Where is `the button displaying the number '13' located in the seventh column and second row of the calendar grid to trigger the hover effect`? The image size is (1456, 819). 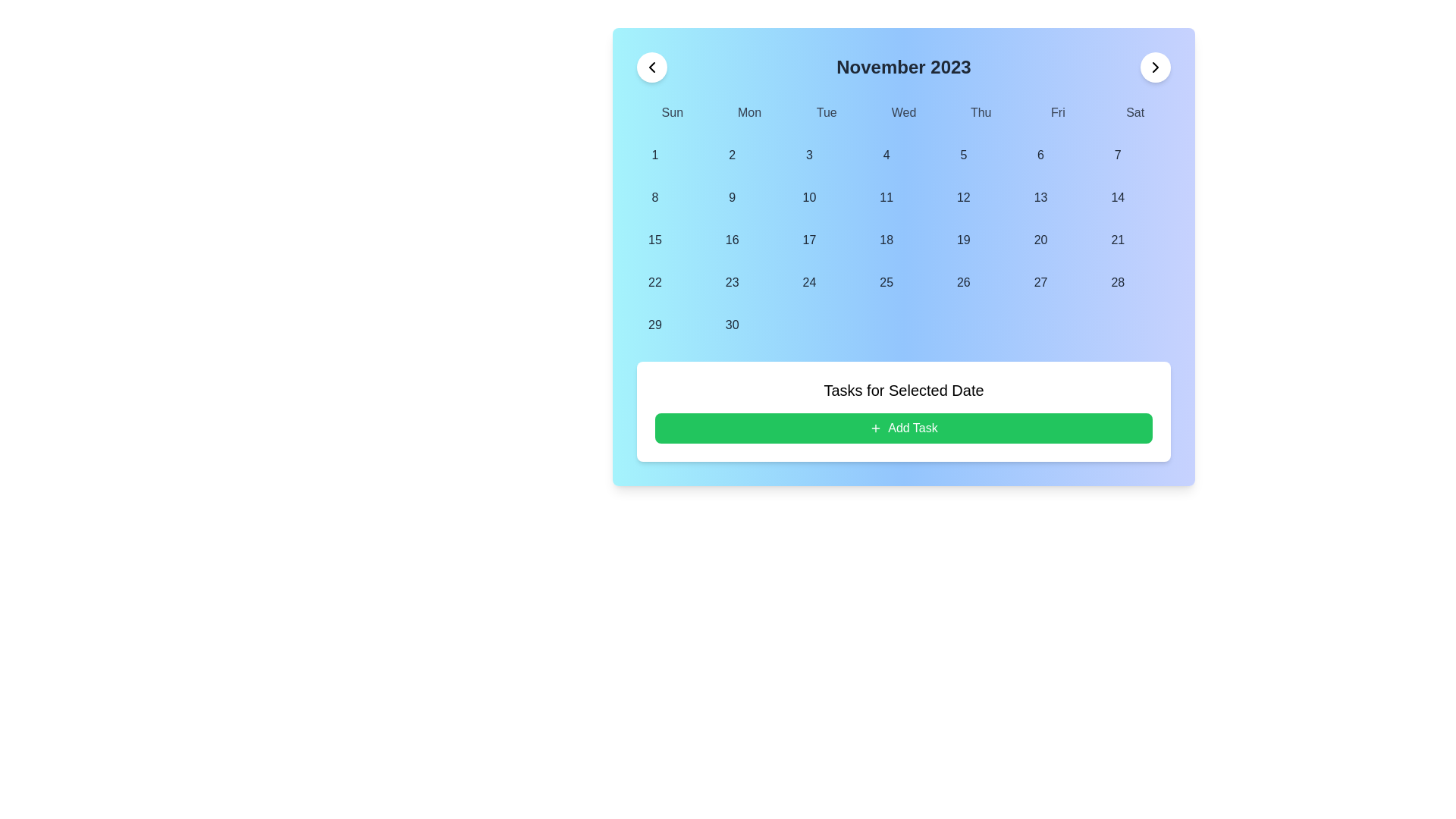 the button displaying the number '13' located in the seventh column and second row of the calendar grid to trigger the hover effect is located at coordinates (1040, 197).